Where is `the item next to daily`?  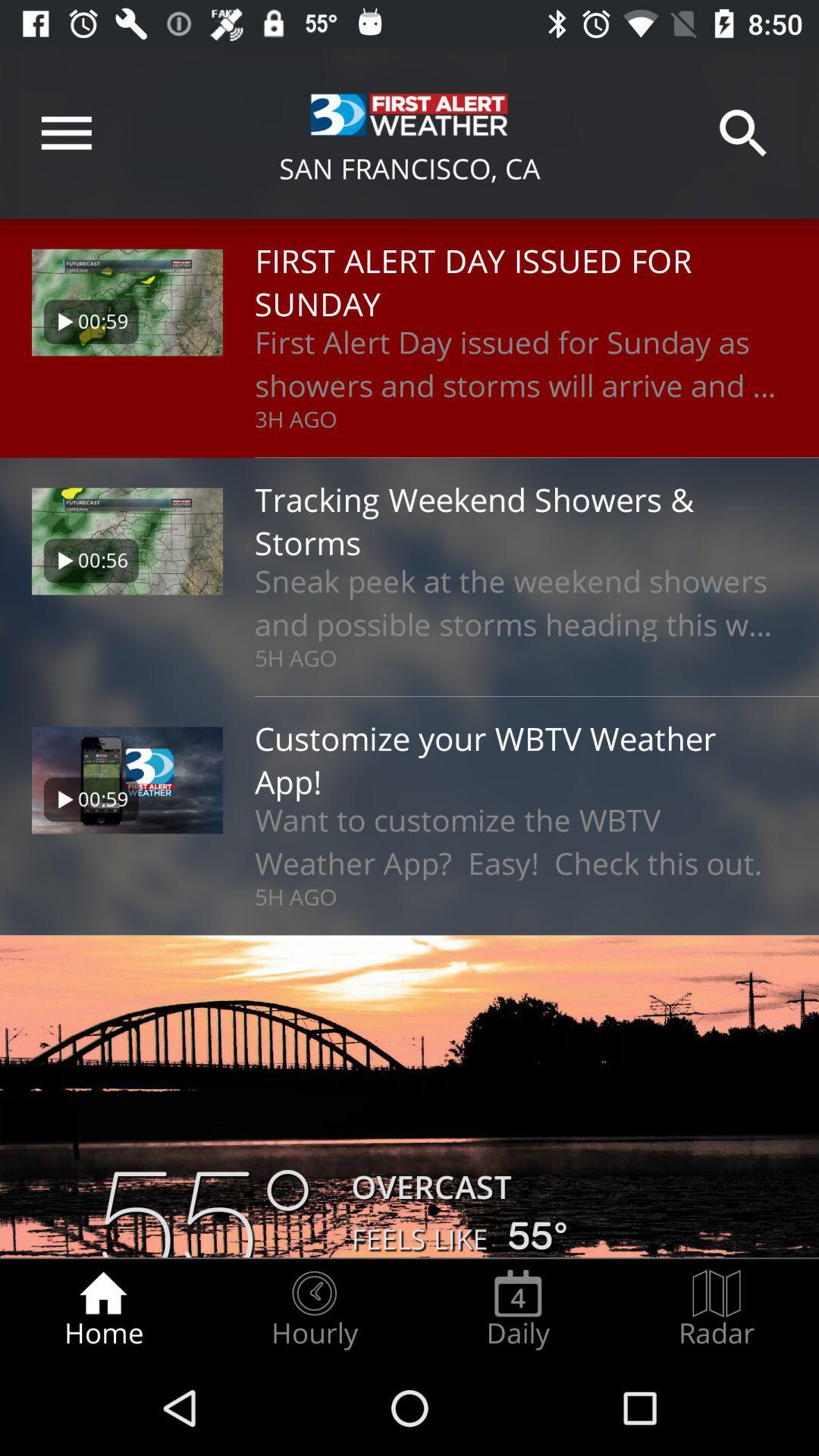 the item next to daily is located at coordinates (717, 1309).